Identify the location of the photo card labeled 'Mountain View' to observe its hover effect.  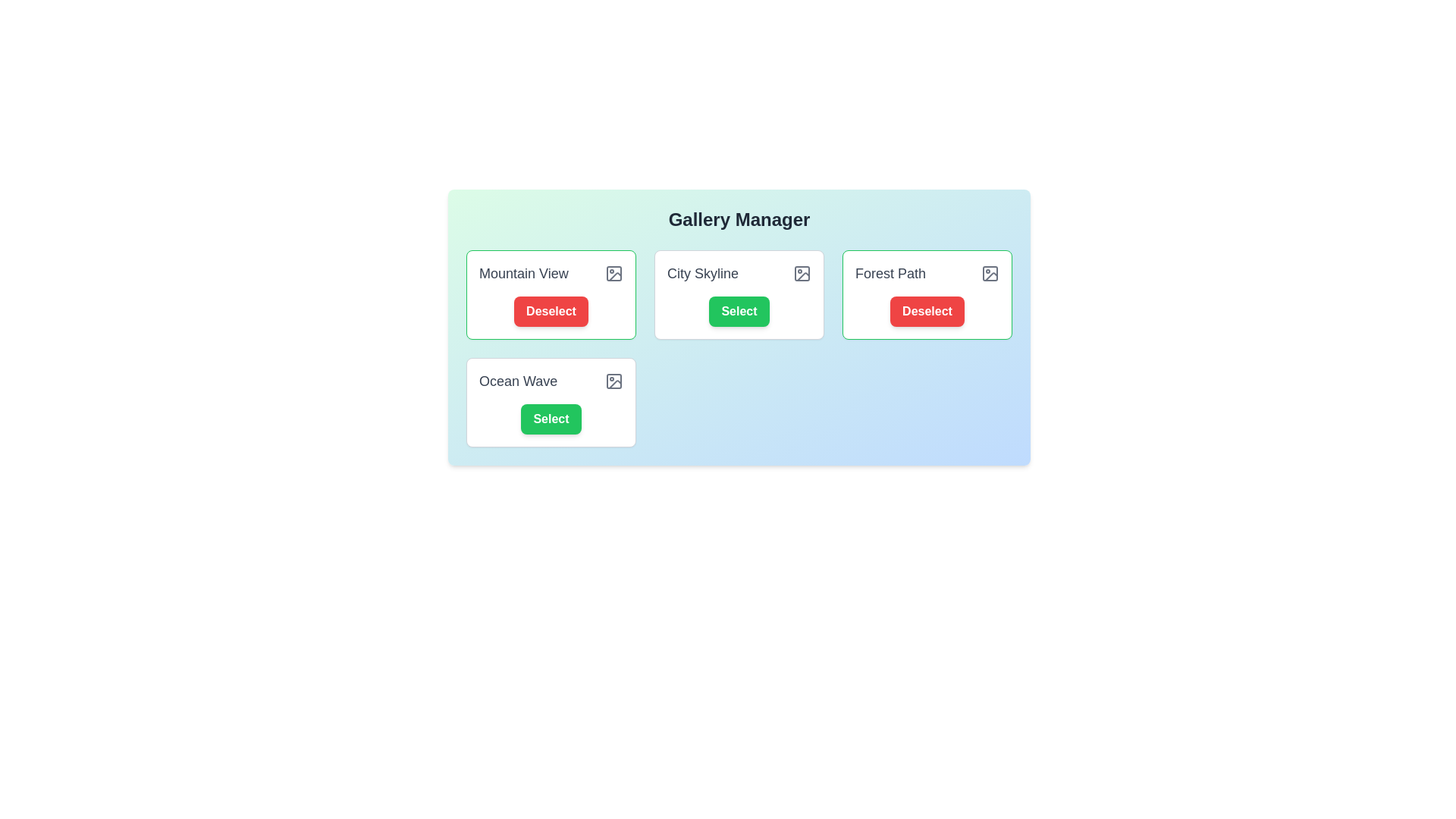
(550, 295).